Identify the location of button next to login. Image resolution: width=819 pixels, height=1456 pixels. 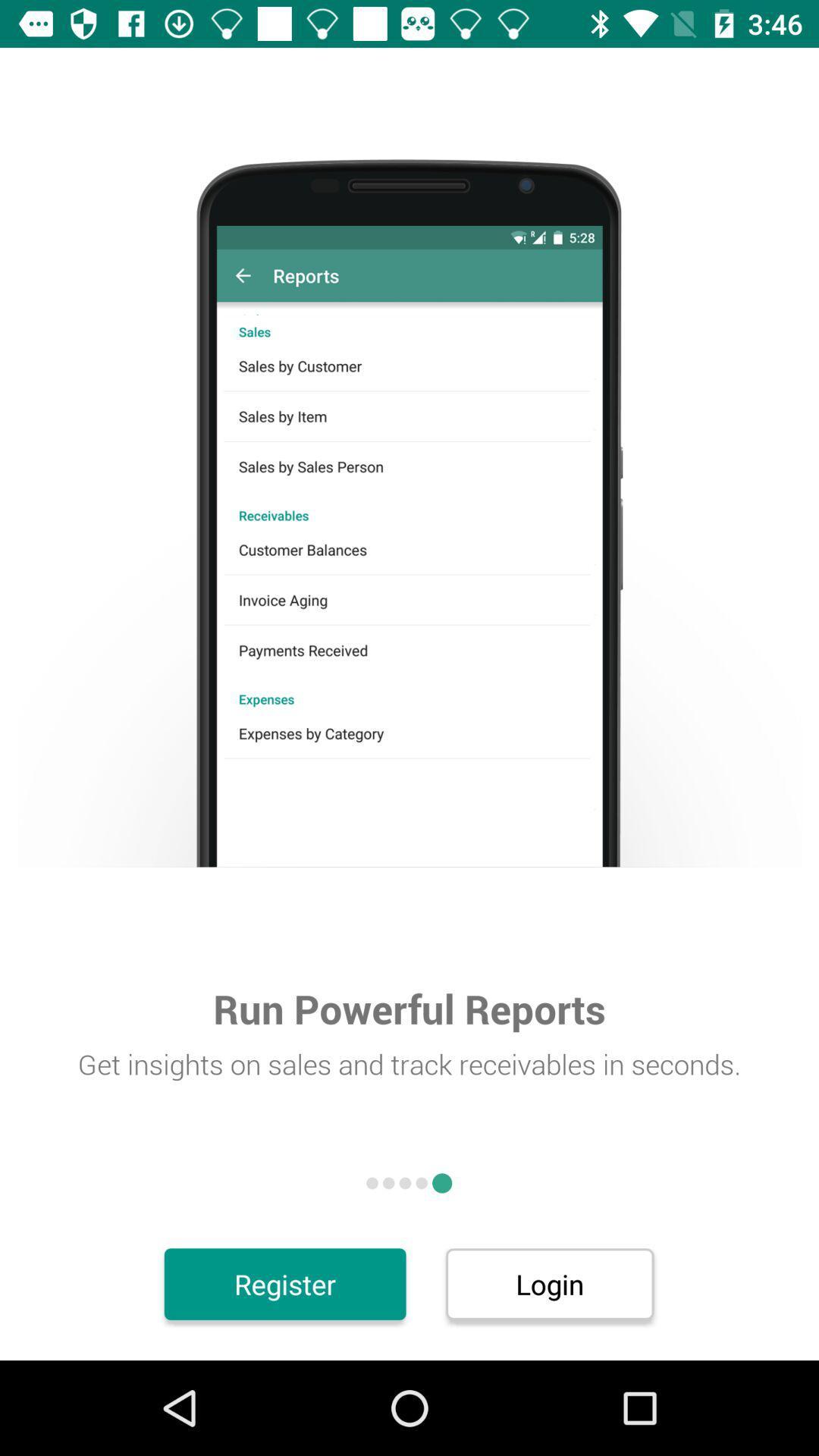
(285, 1283).